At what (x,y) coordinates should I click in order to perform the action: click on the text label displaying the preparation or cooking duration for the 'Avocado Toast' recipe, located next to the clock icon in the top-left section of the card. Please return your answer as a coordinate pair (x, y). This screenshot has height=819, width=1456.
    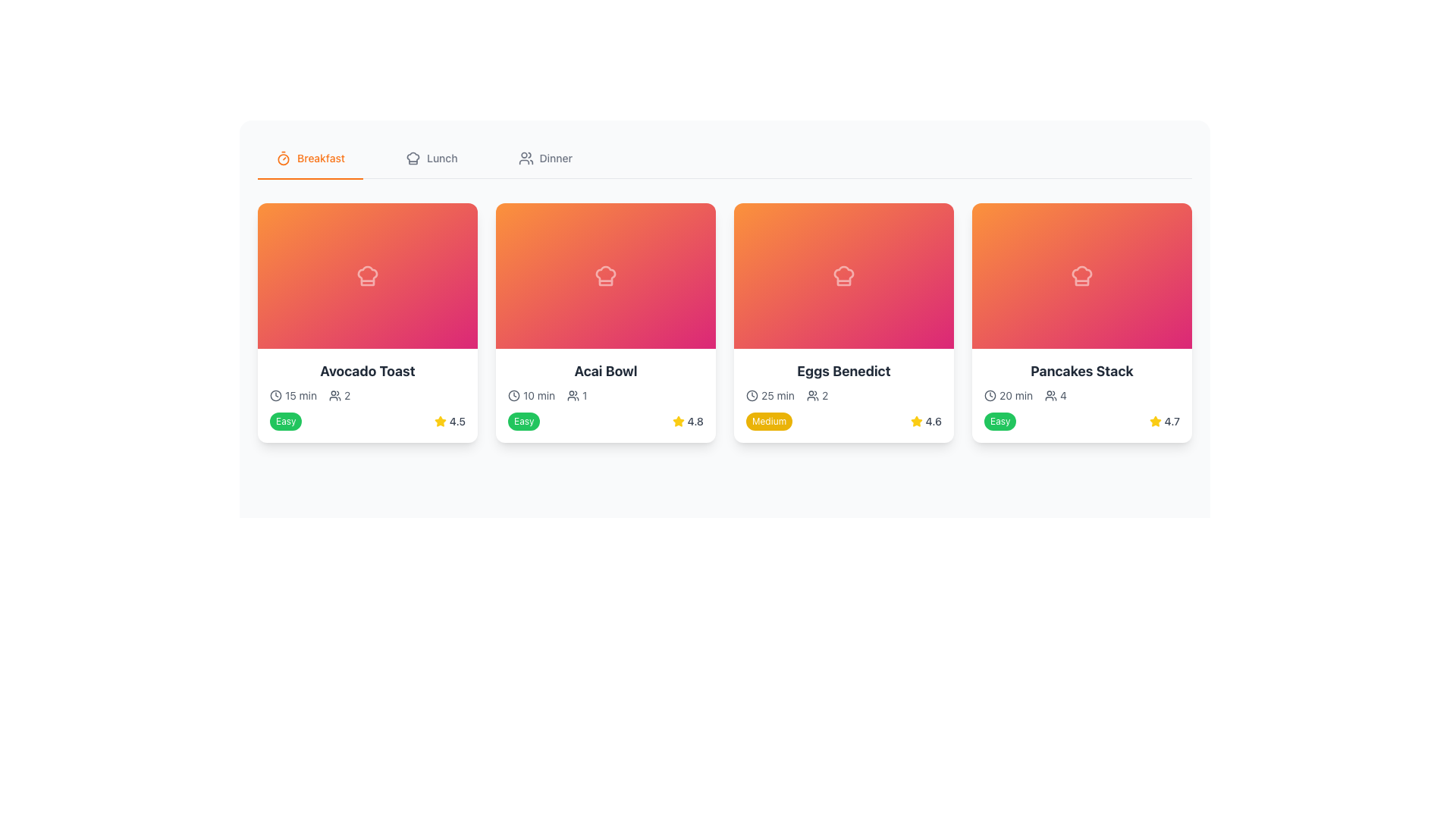
    Looking at the image, I should click on (301, 394).